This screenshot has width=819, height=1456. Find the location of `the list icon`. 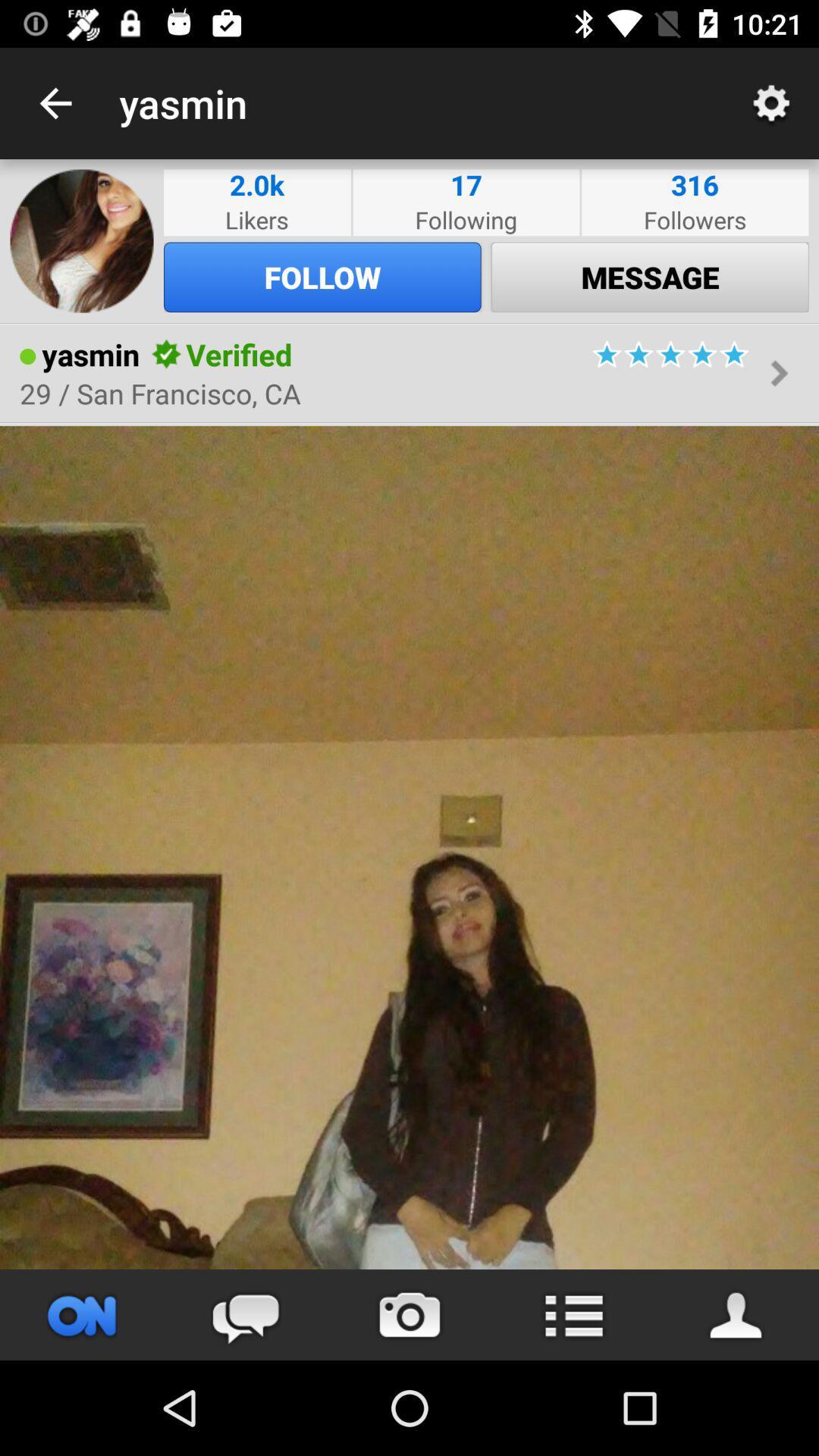

the list icon is located at coordinates (573, 1314).